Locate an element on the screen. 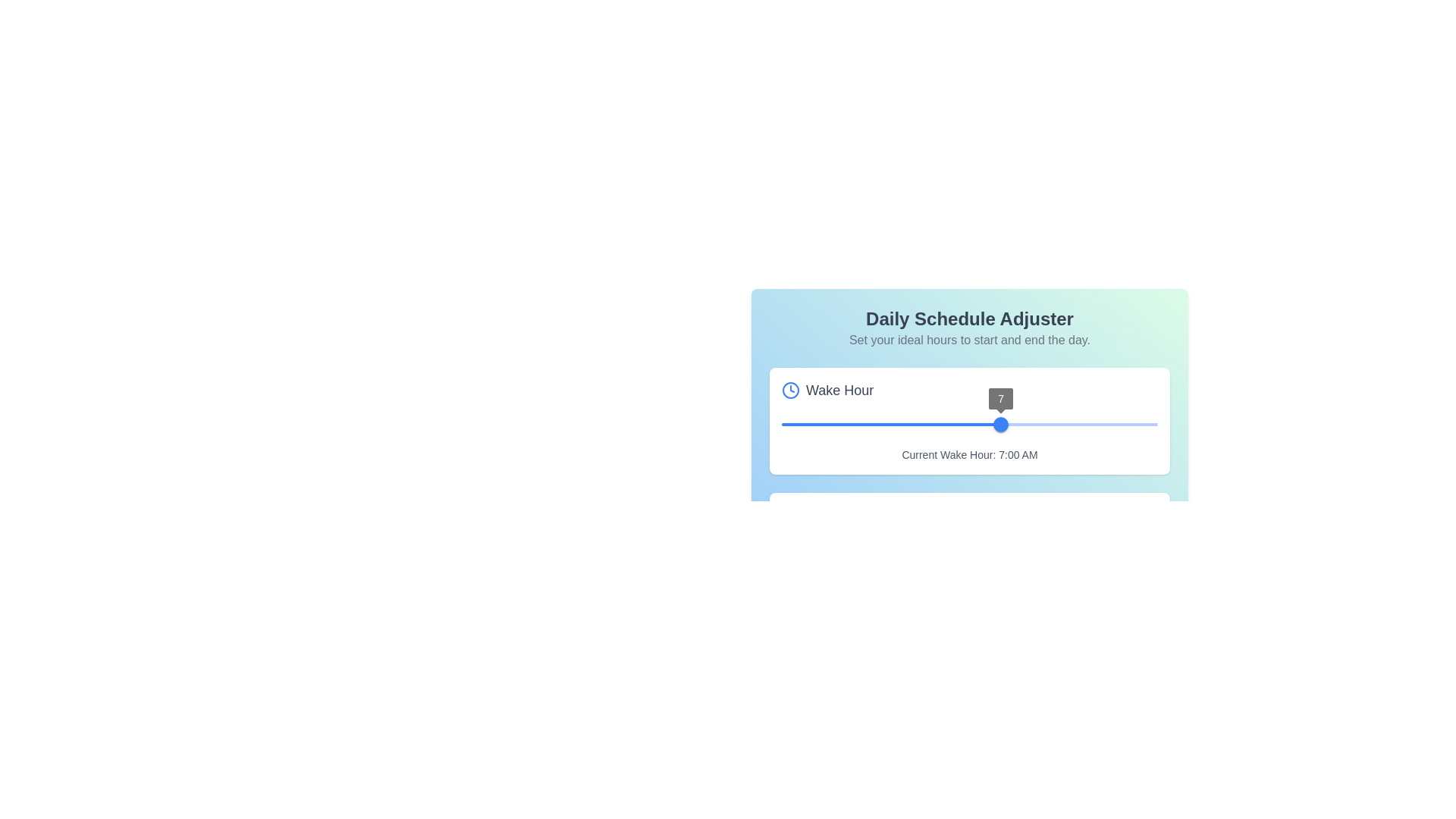 Image resolution: width=1456 pixels, height=819 pixels. the wake hour is located at coordinates (1010, 424).